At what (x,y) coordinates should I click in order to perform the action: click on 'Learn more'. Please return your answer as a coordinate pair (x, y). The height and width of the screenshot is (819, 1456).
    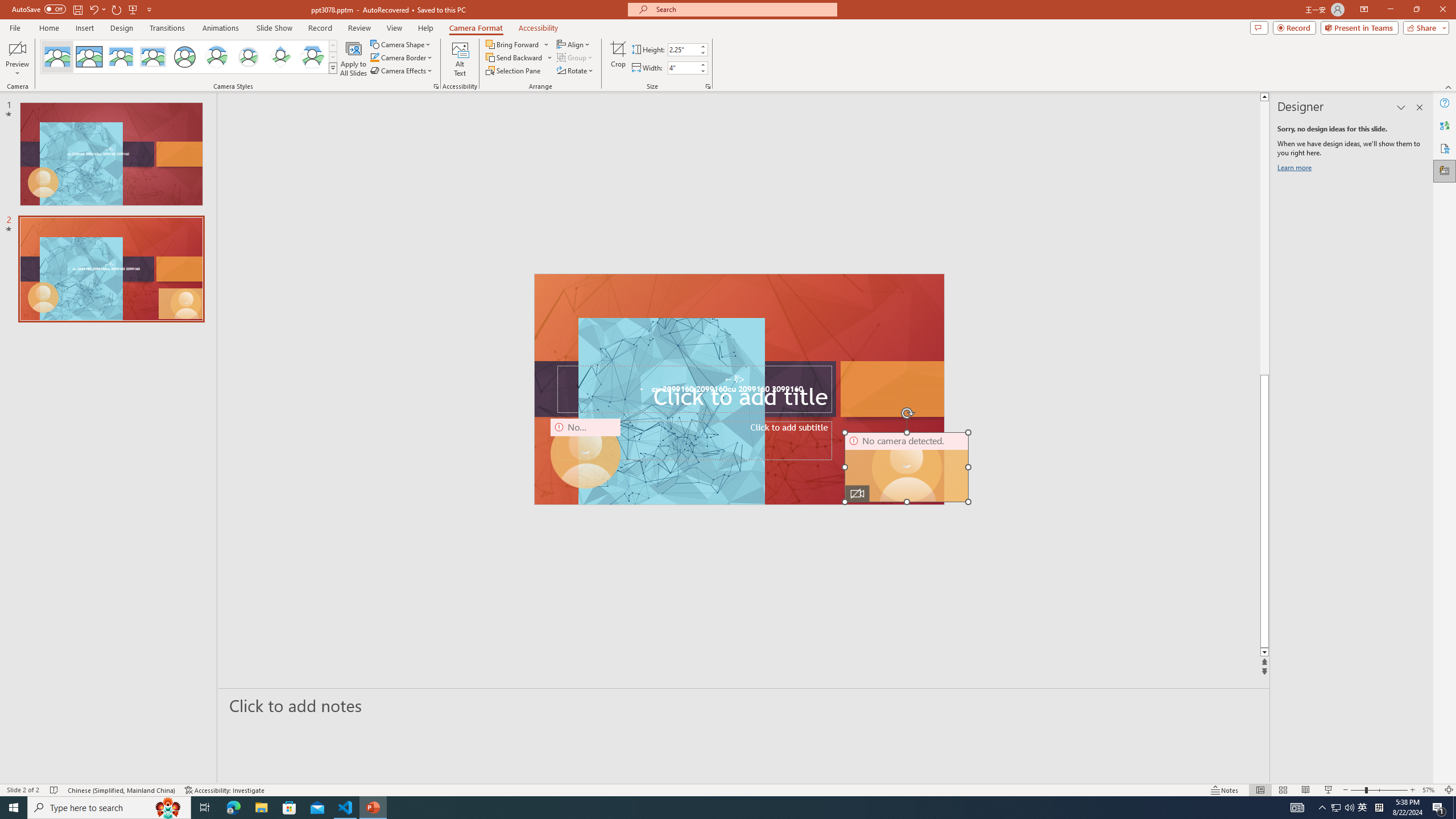
    Looking at the image, I should click on (1296, 169).